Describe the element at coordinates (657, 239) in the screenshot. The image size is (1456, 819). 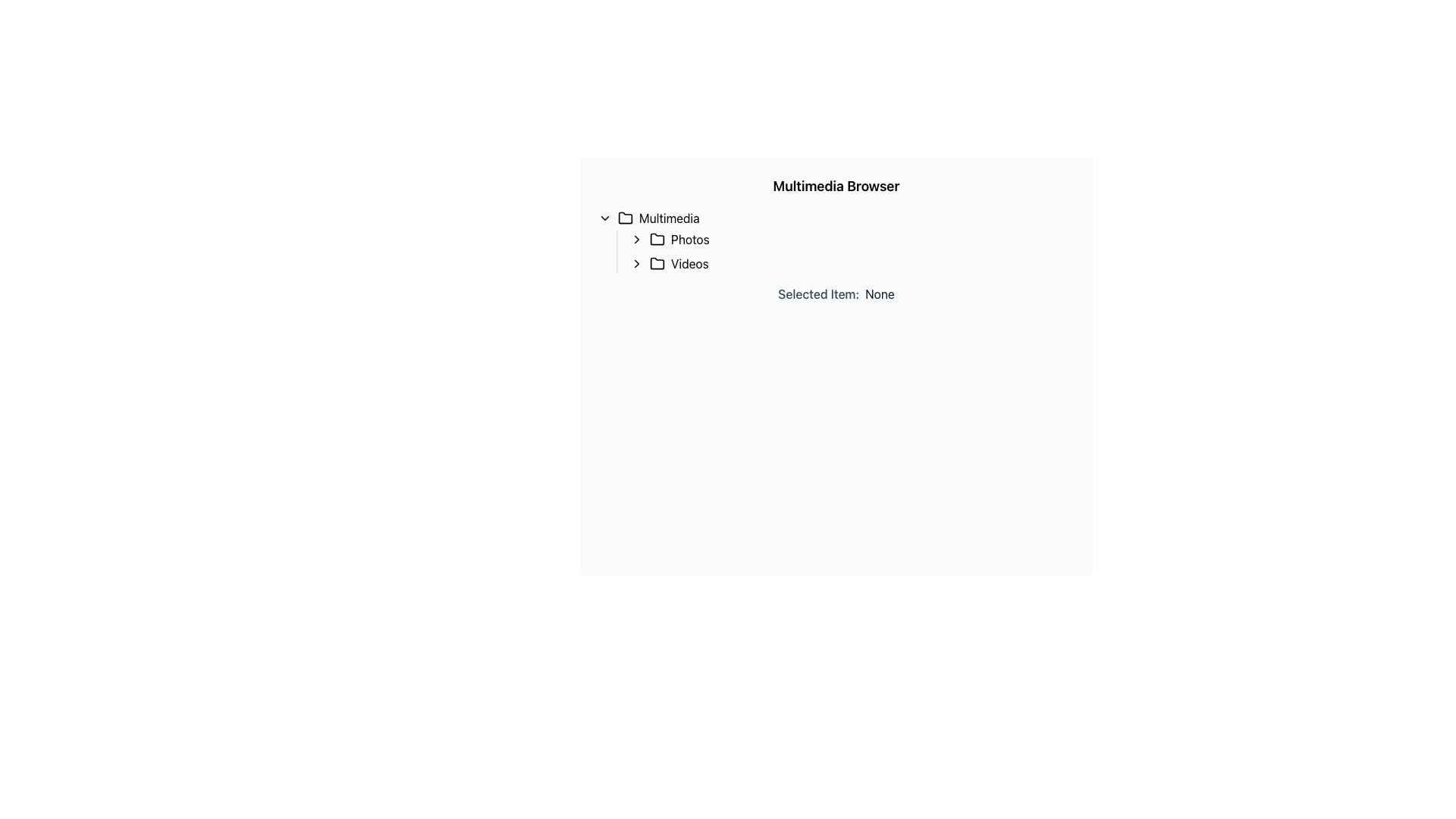
I see `the small black-bordered folder icon located directly to the left of the 'Photos' label in the 'Multimedia' folder menu` at that location.